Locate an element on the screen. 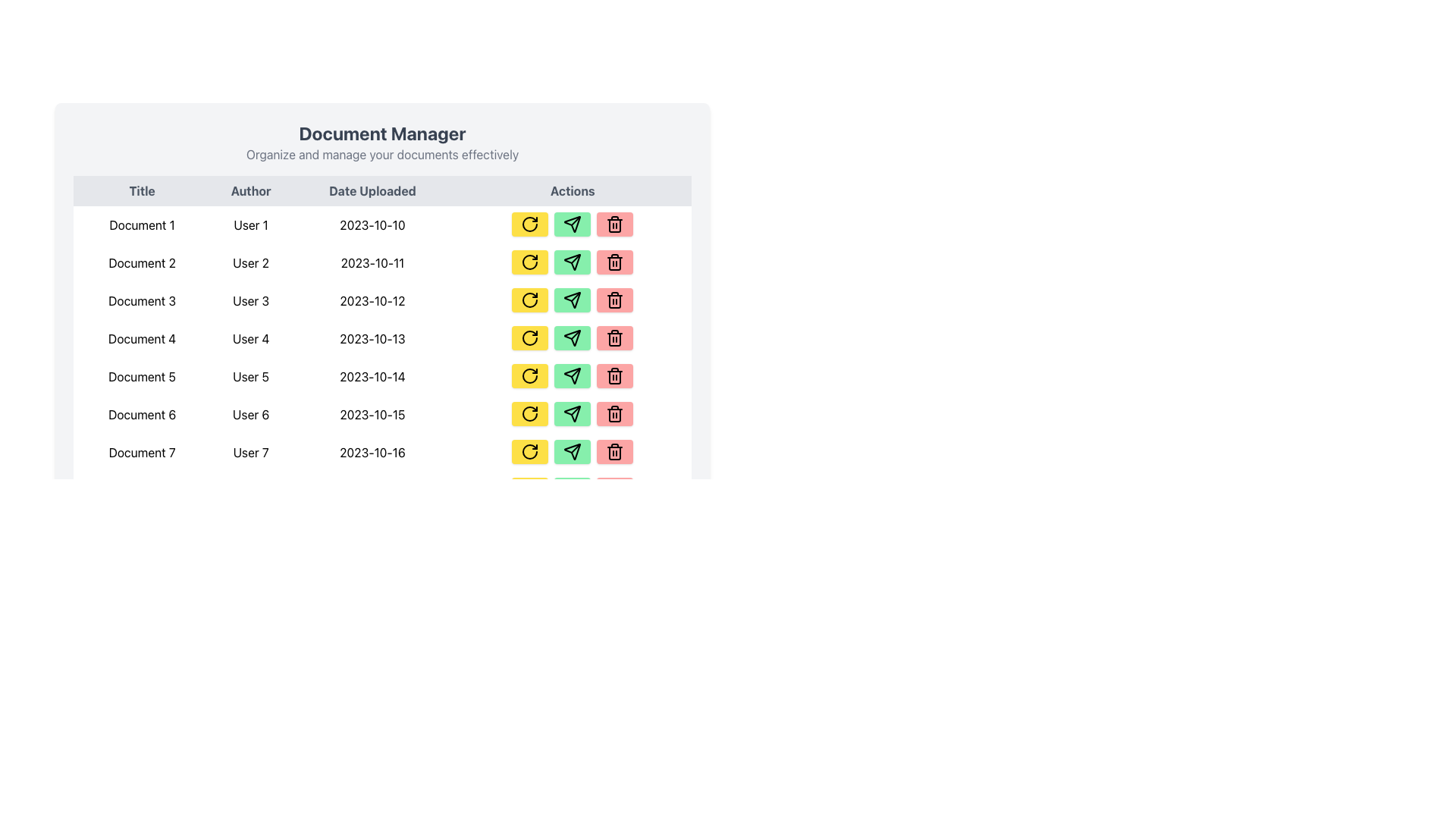  the static text label that displays the upload date of 'Document 7', located in the third cell of the seventh row under the 'Date Uploaded' column is located at coordinates (372, 452).